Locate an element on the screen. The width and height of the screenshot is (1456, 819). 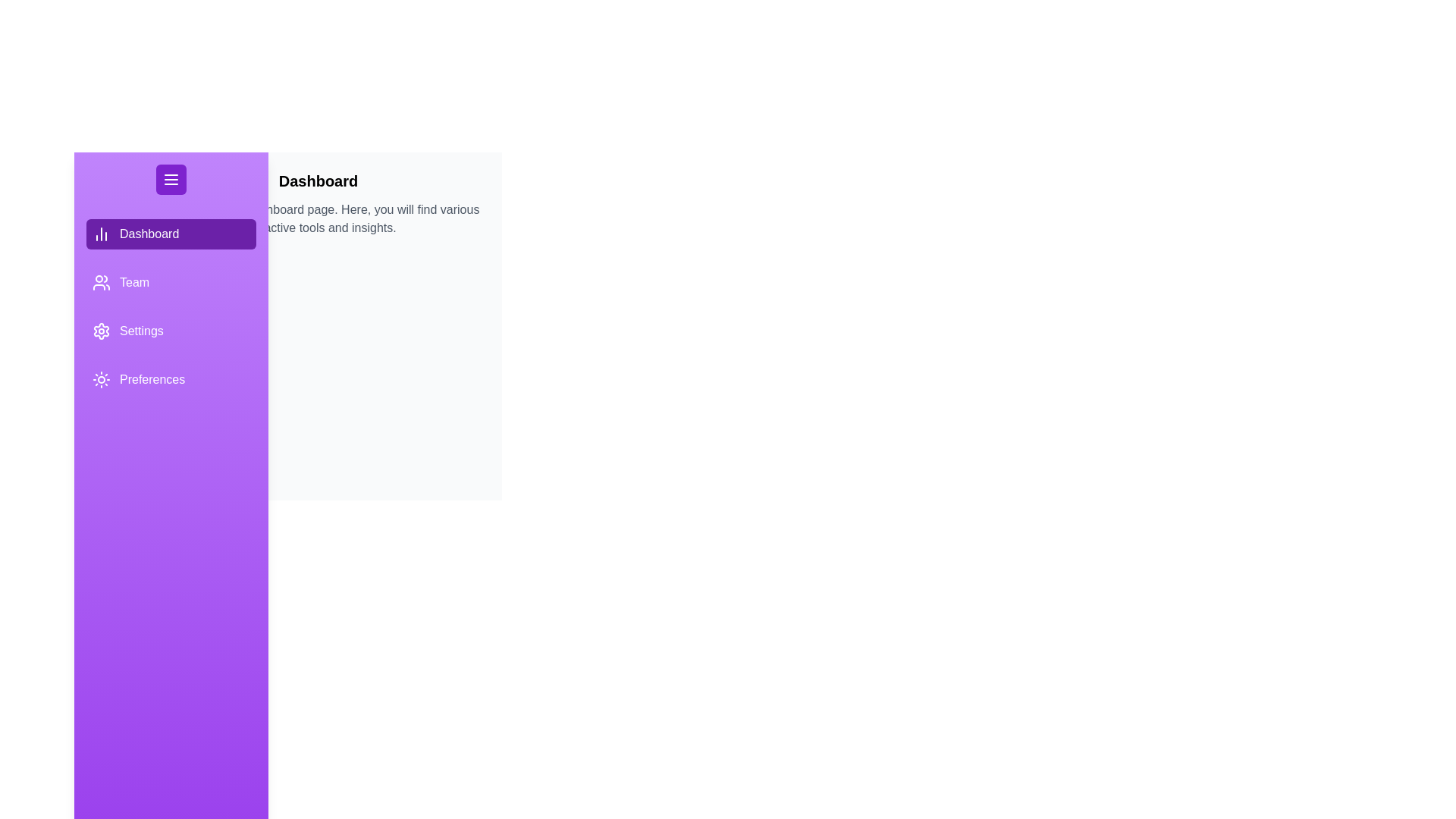
the tab labeled Preferences by clicking on it is located at coordinates (171, 379).